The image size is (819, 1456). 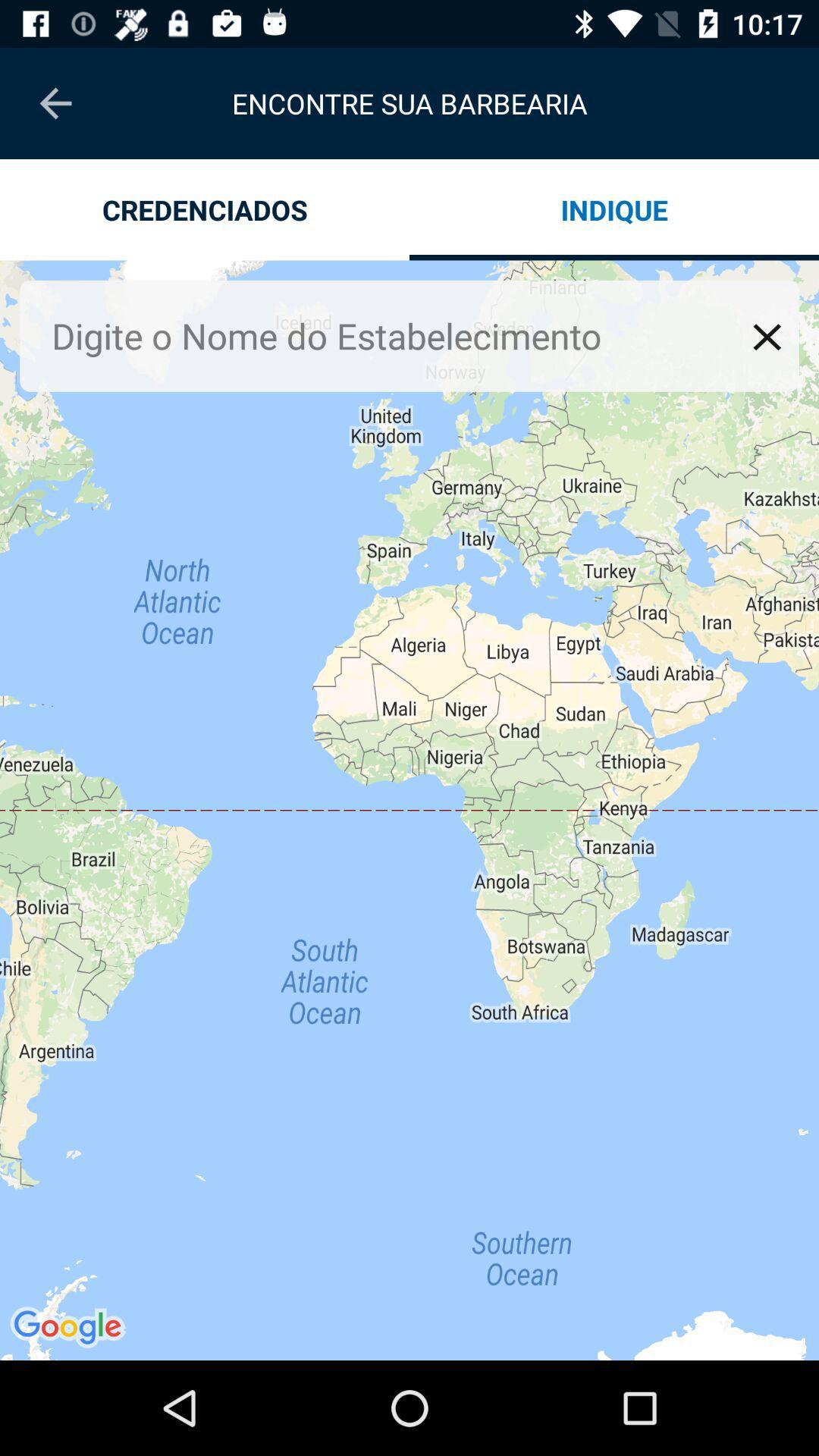 What do you see at coordinates (409, 809) in the screenshot?
I see `icon at the center` at bounding box center [409, 809].